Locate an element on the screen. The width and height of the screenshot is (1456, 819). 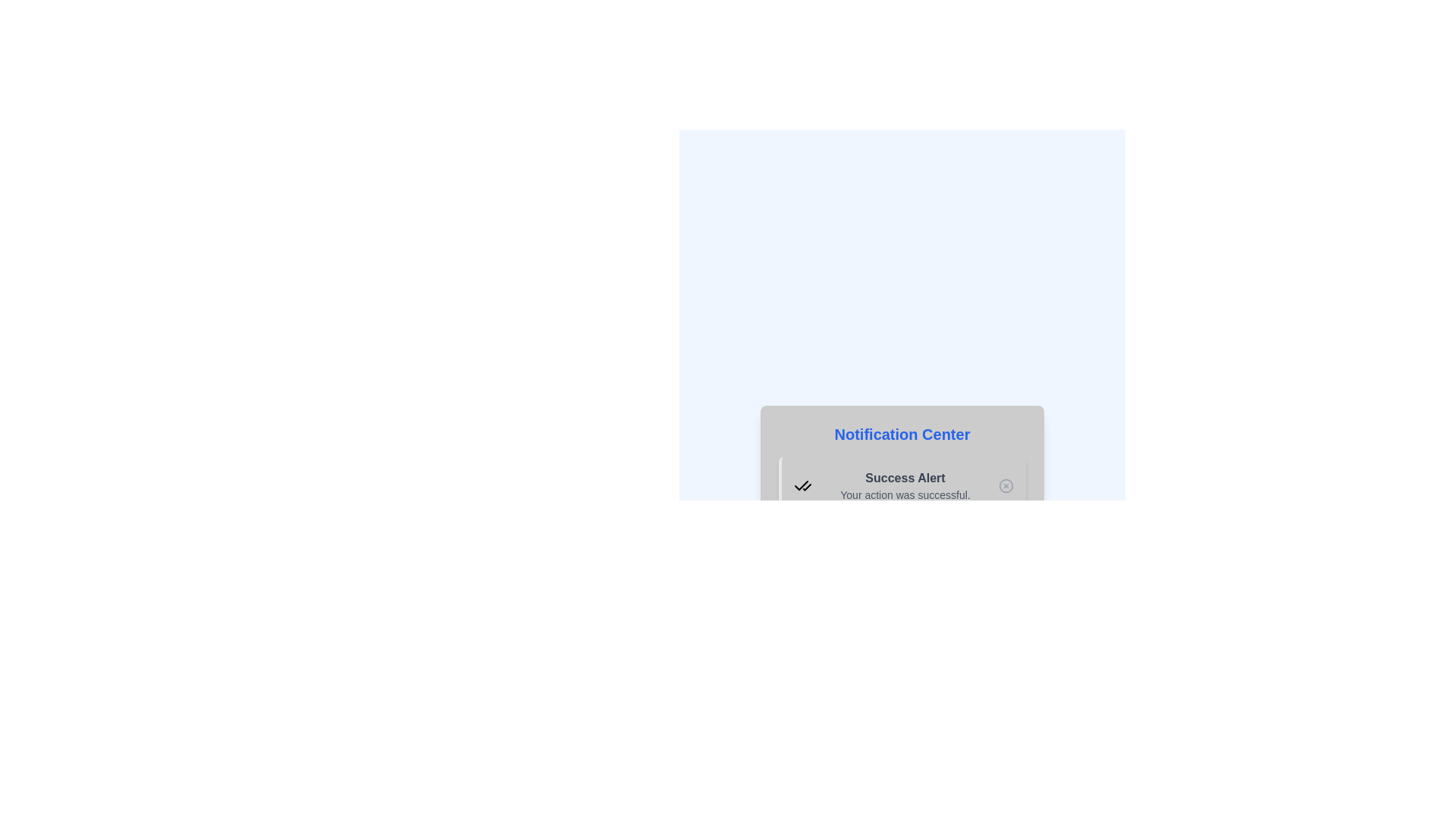
the green icon located within the notification message box, which is positioned to the left of the success message text is located at coordinates (802, 485).